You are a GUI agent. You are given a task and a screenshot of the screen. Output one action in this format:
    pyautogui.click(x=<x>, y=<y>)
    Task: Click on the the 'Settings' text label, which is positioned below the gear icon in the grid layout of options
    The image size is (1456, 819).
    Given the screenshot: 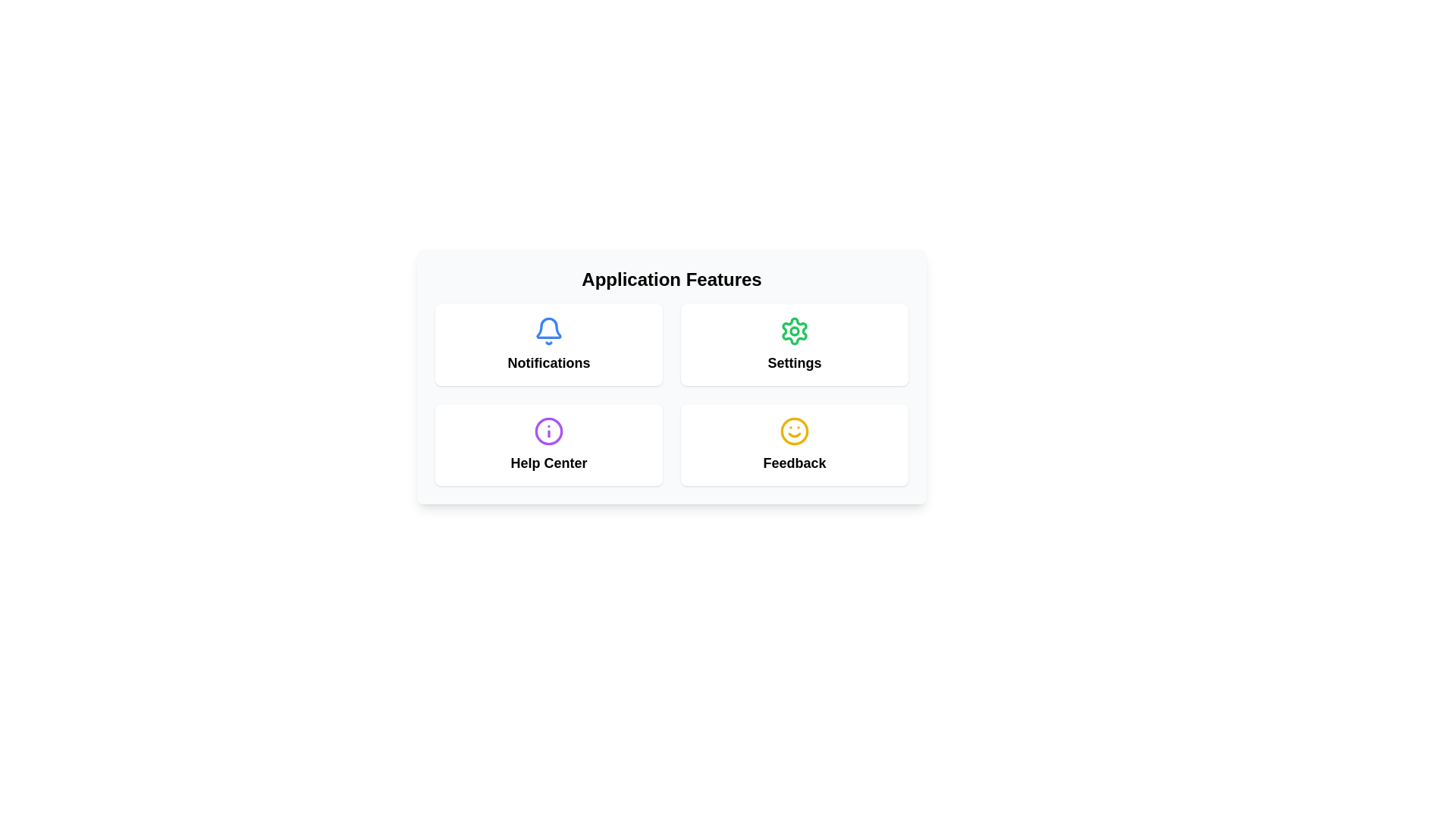 What is the action you would take?
    pyautogui.click(x=793, y=362)
    